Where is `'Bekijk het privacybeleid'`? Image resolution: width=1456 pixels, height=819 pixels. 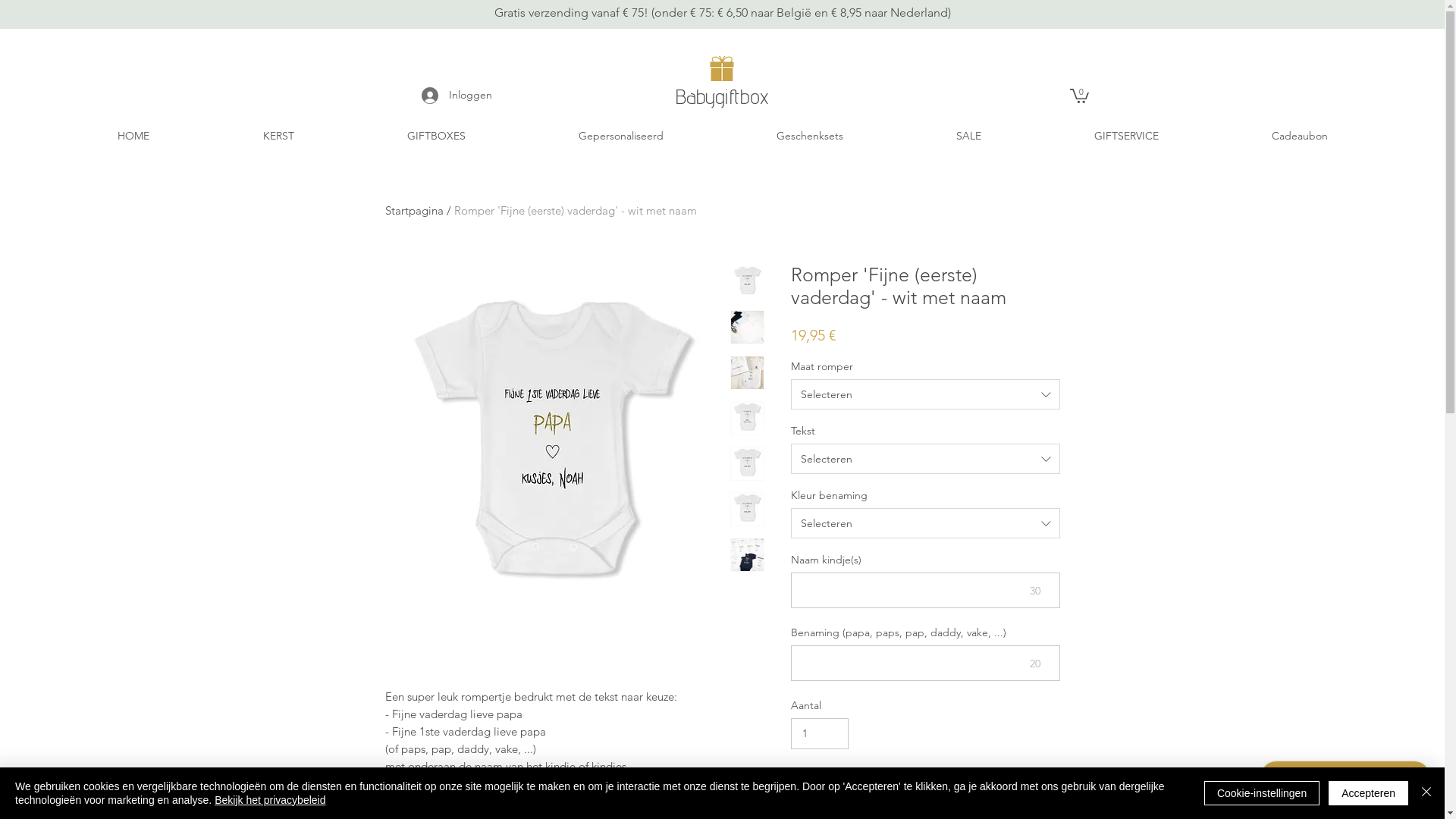 'Bekijk het privacybeleid' is located at coordinates (269, 799).